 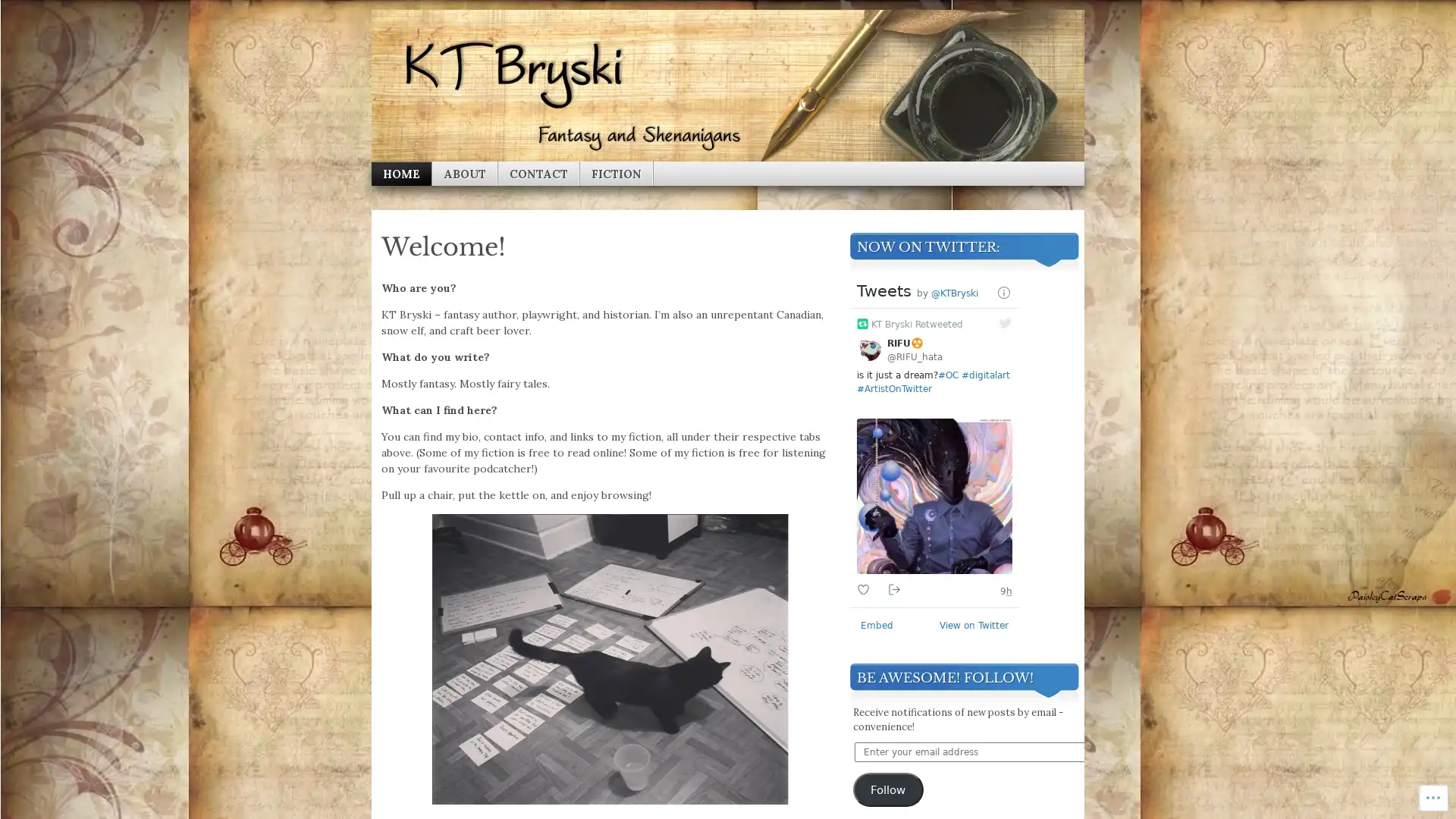 What do you see at coordinates (888, 789) in the screenshot?
I see `Follow` at bounding box center [888, 789].